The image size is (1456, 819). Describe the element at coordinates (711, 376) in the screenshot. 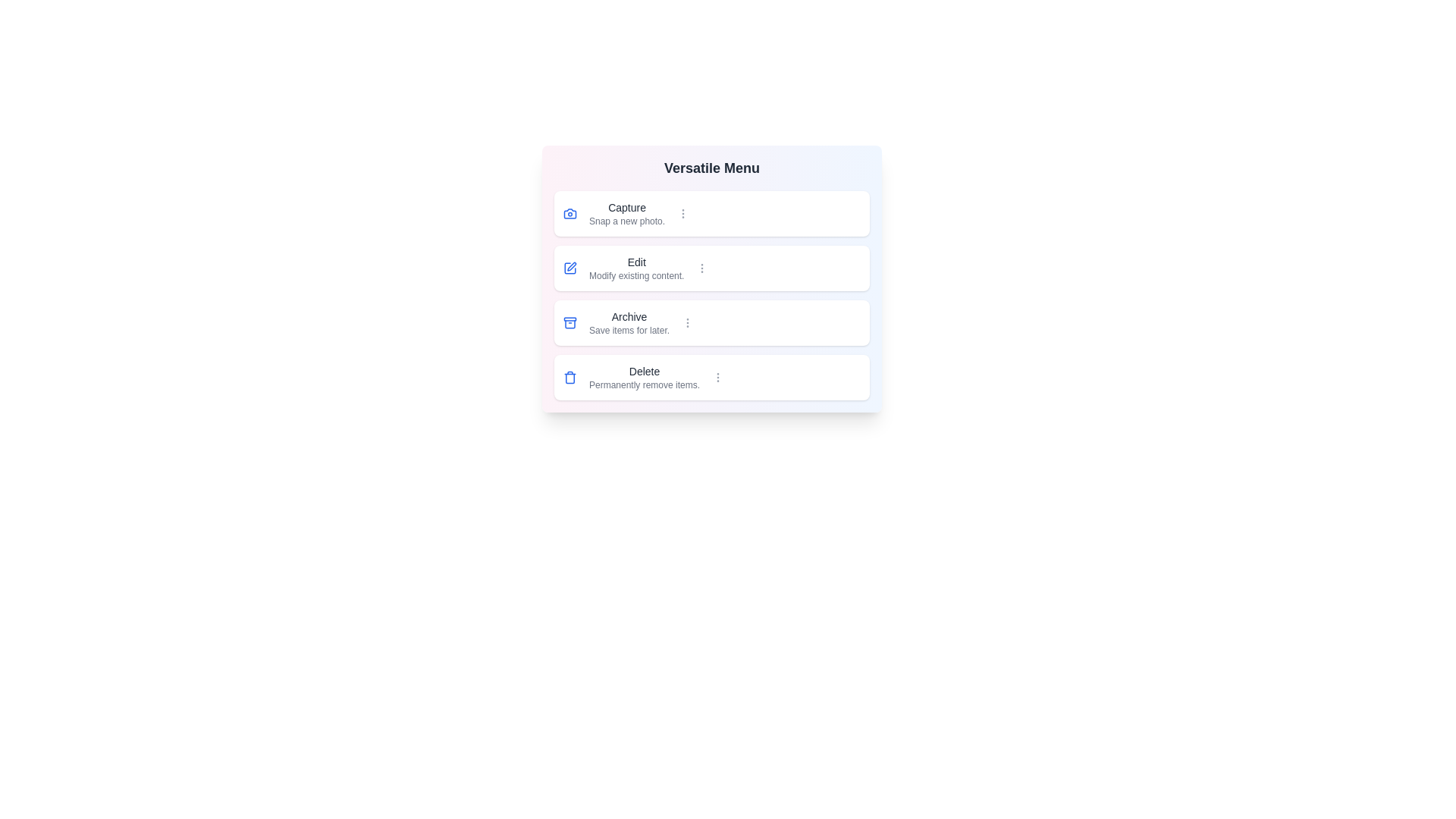

I see `the menu item corresponding to Delete` at that location.